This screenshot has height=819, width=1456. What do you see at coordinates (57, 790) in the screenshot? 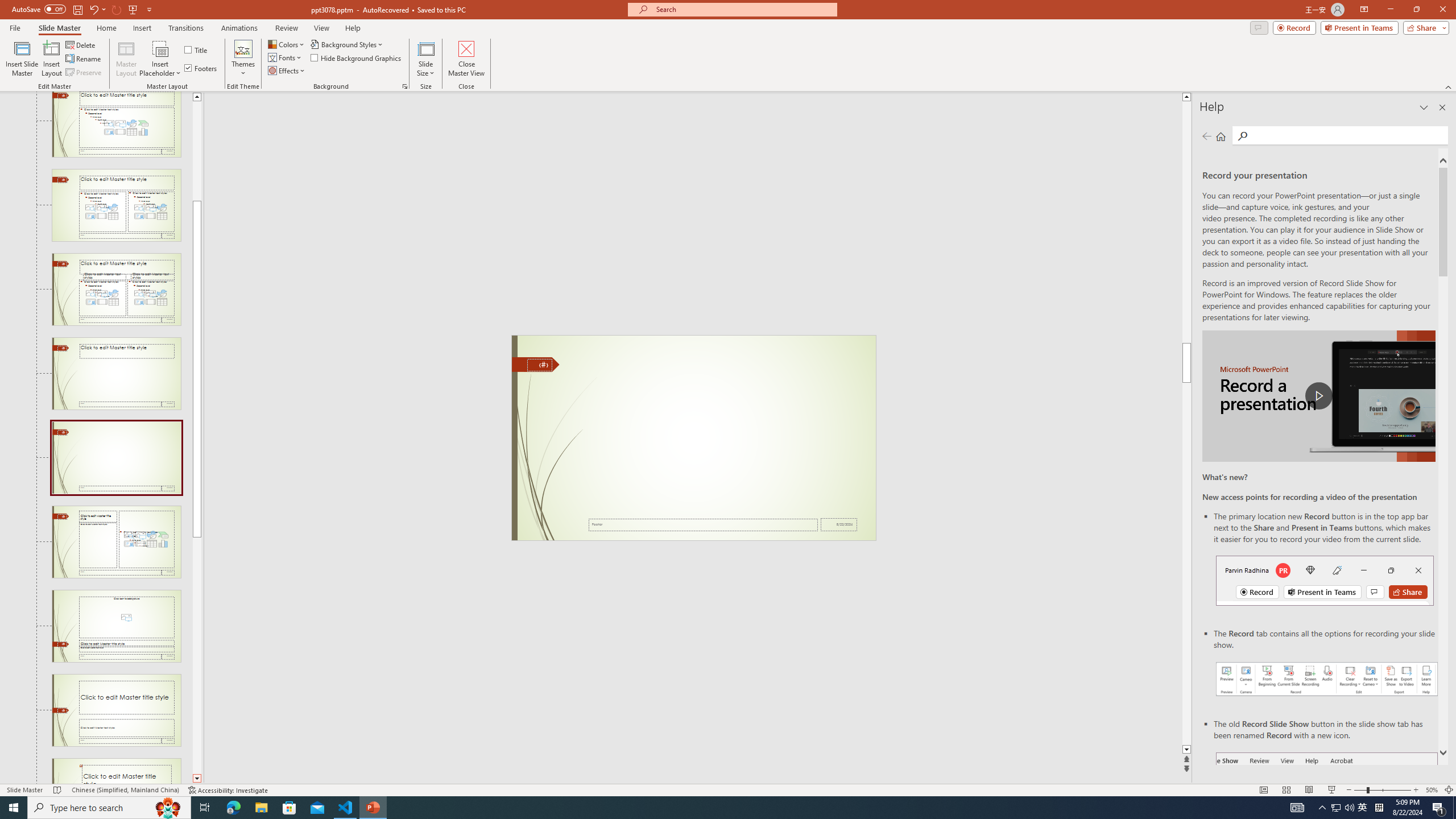
I see `'Spell Check No Errors'` at bounding box center [57, 790].